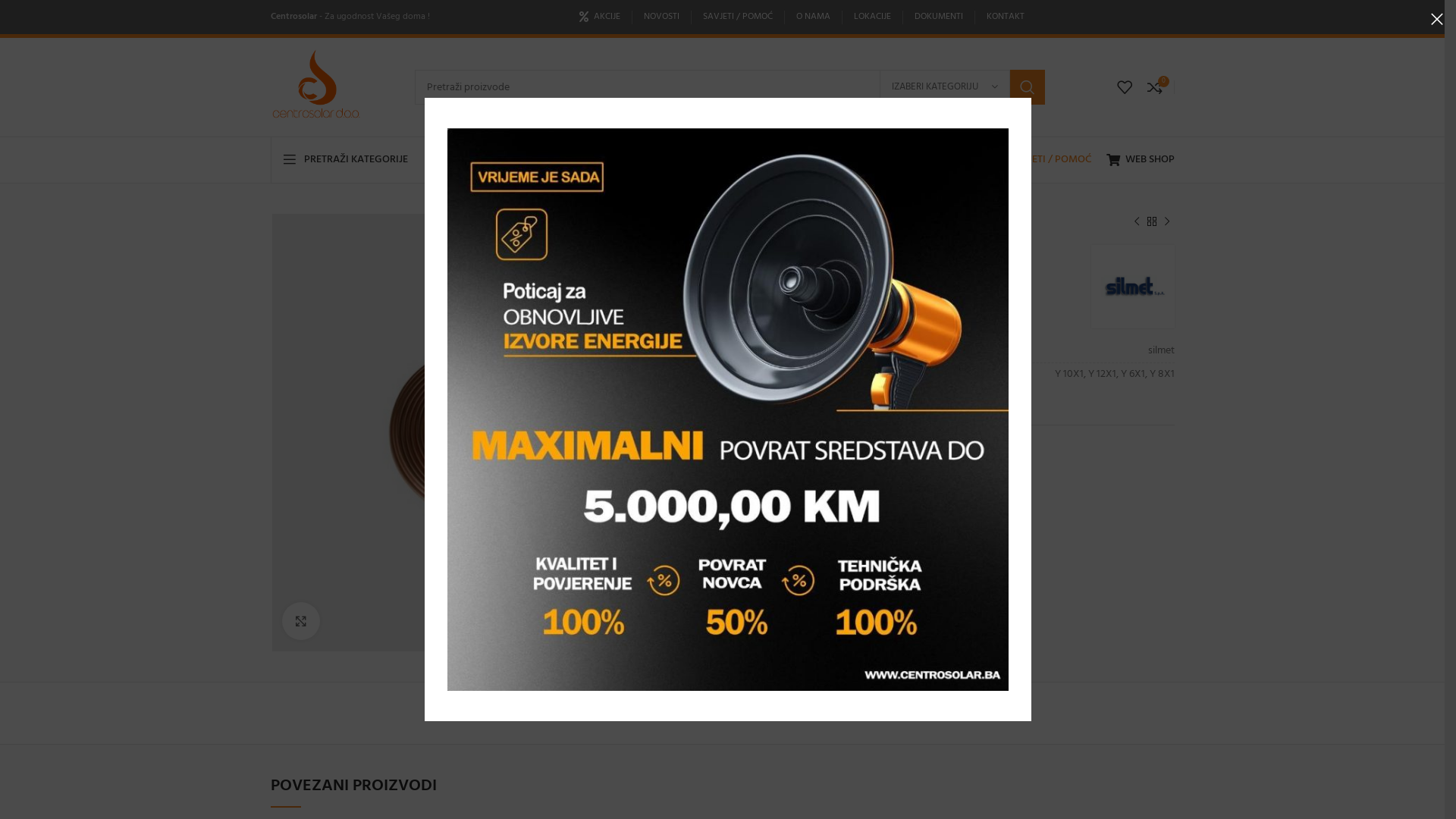  What do you see at coordinates (599, 17) in the screenshot?
I see `'AKCIJE'` at bounding box center [599, 17].